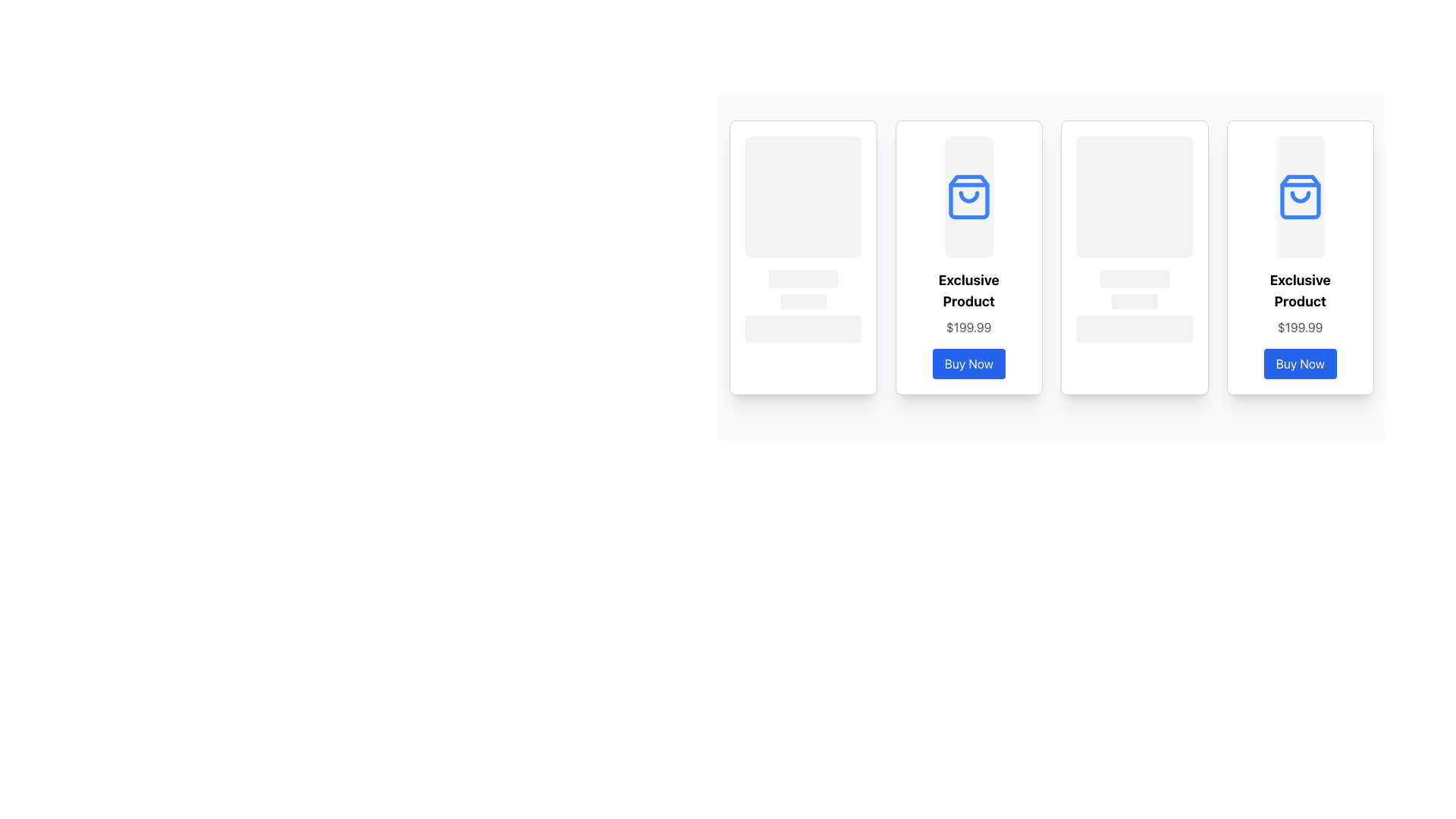 Image resolution: width=1456 pixels, height=819 pixels. Describe the element at coordinates (1299, 196) in the screenshot. I see `the shopping bag icon fragment represented` at that location.